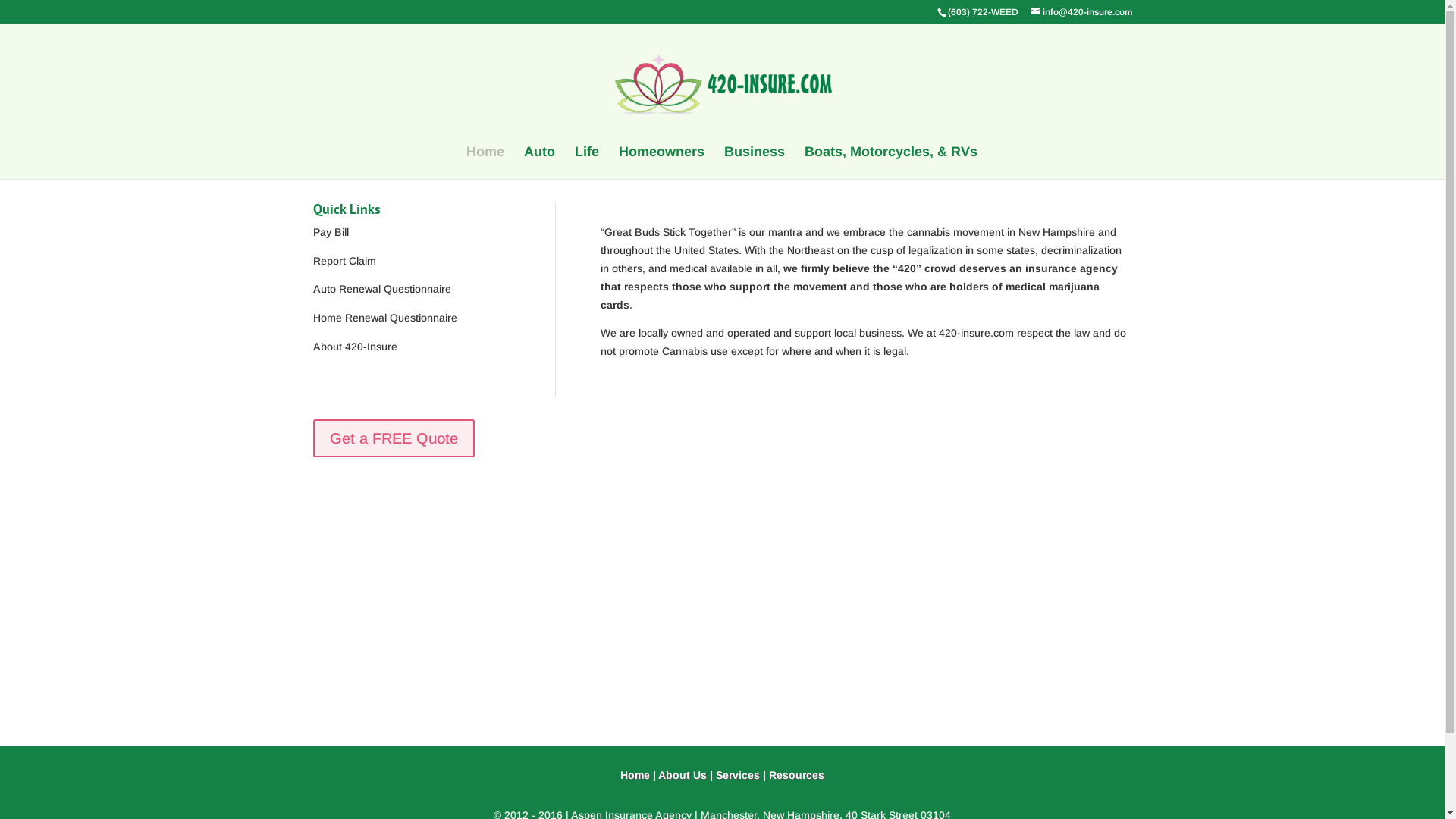  Describe the element at coordinates (753, 162) in the screenshot. I see `'Business'` at that location.